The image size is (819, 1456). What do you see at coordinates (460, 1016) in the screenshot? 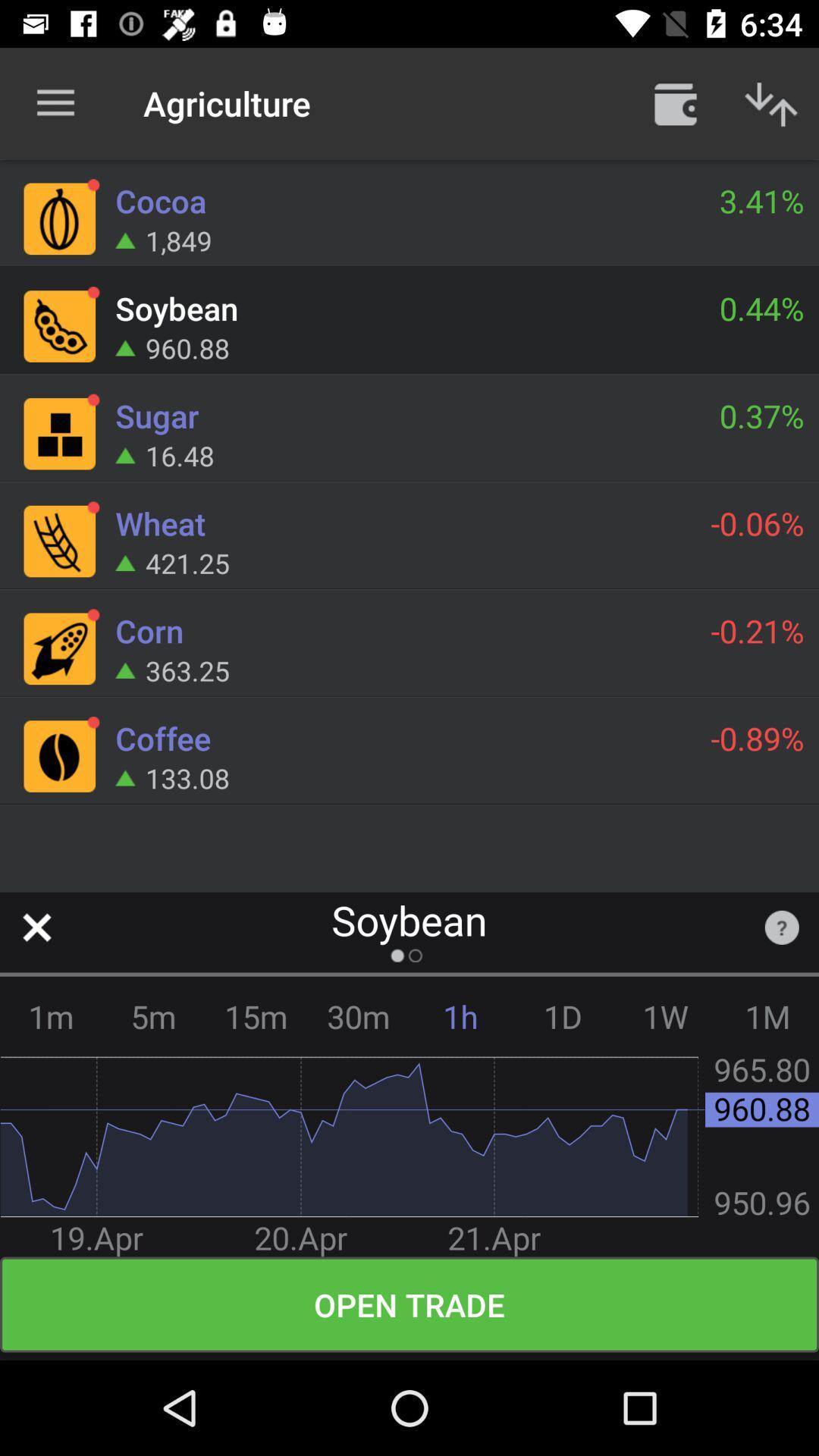
I see `item next to the 1d icon` at bounding box center [460, 1016].